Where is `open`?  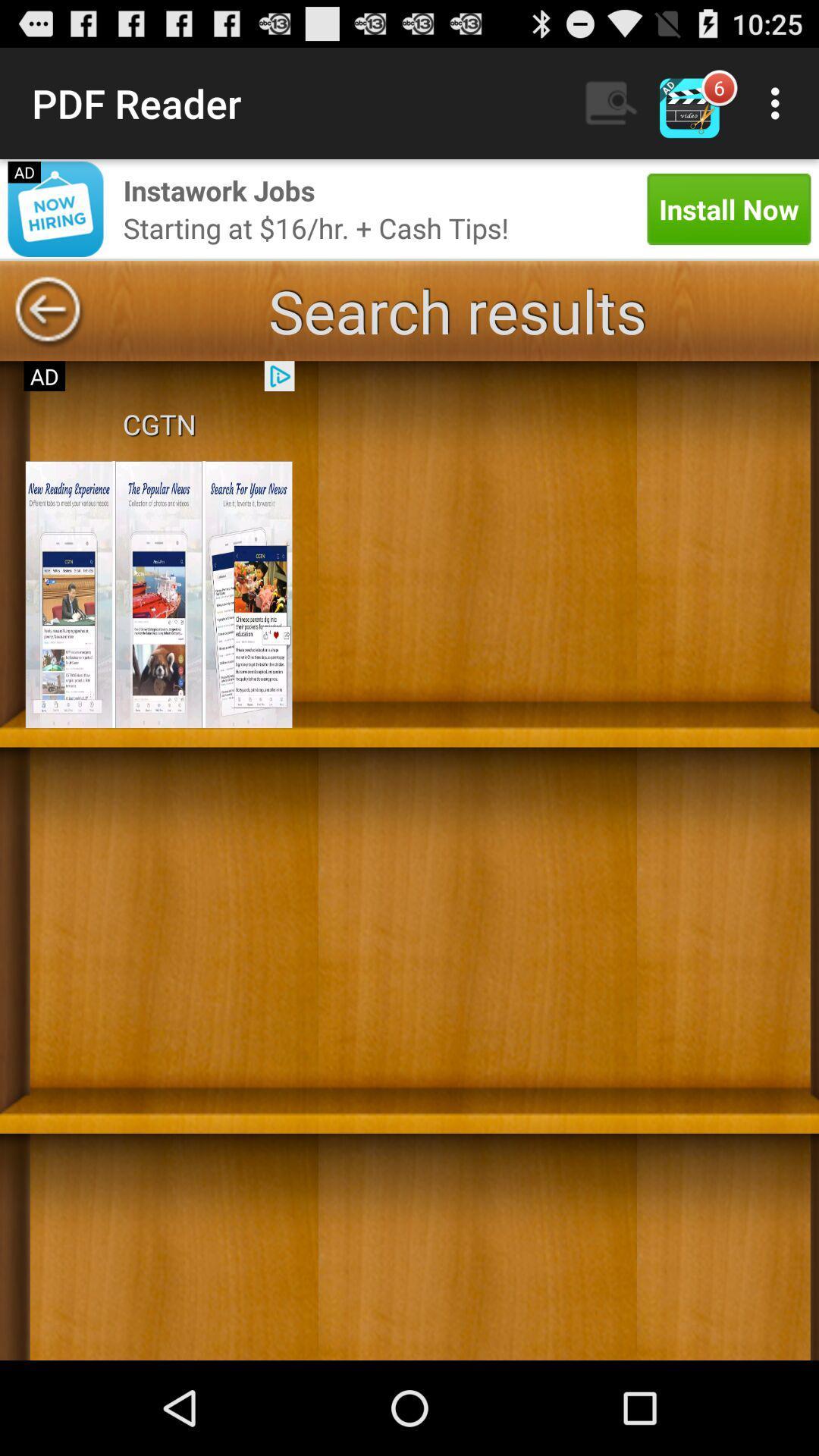 open is located at coordinates (158, 594).